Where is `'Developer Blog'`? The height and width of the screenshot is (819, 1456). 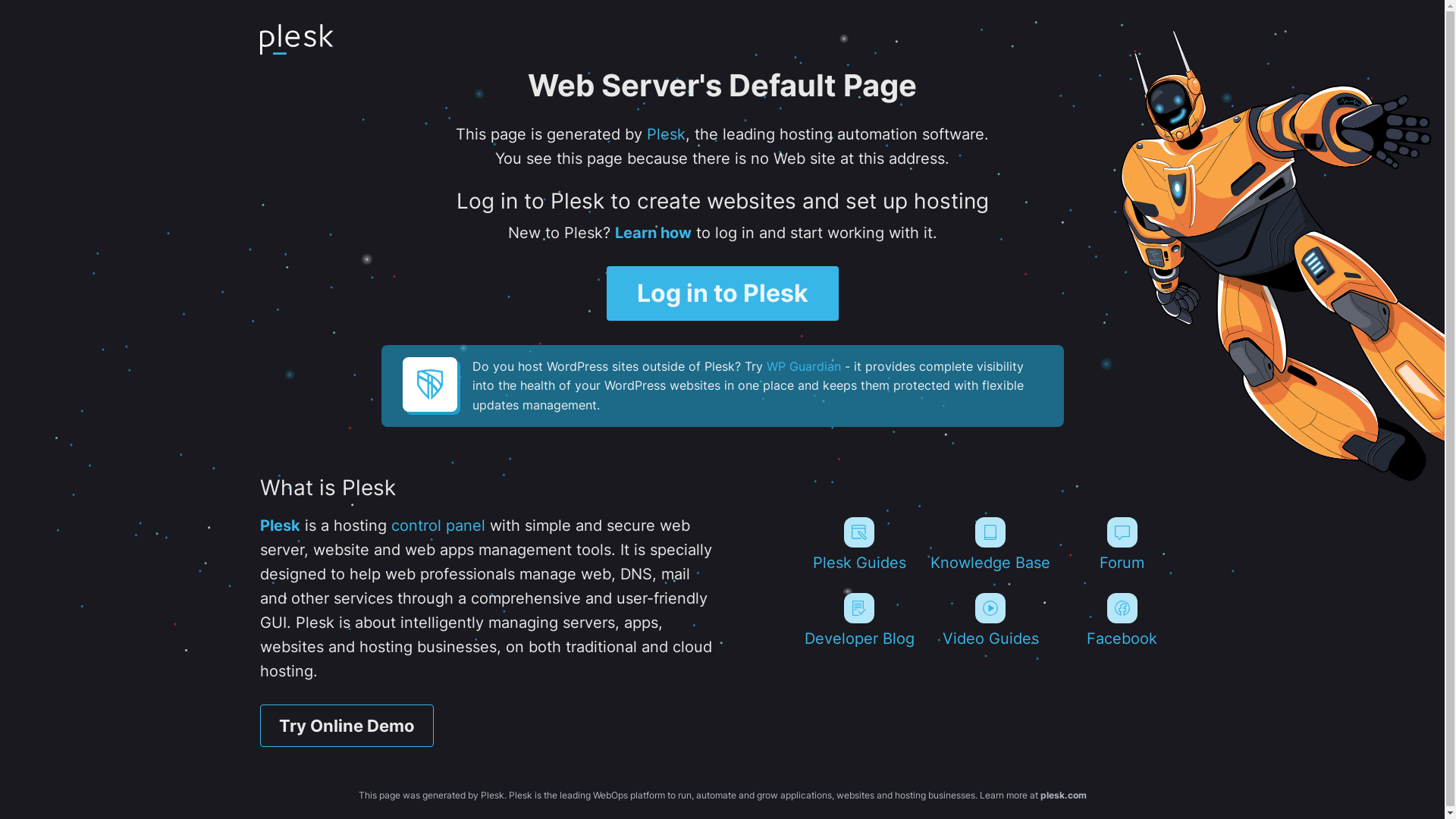 'Developer Blog' is located at coordinates (858, 620).